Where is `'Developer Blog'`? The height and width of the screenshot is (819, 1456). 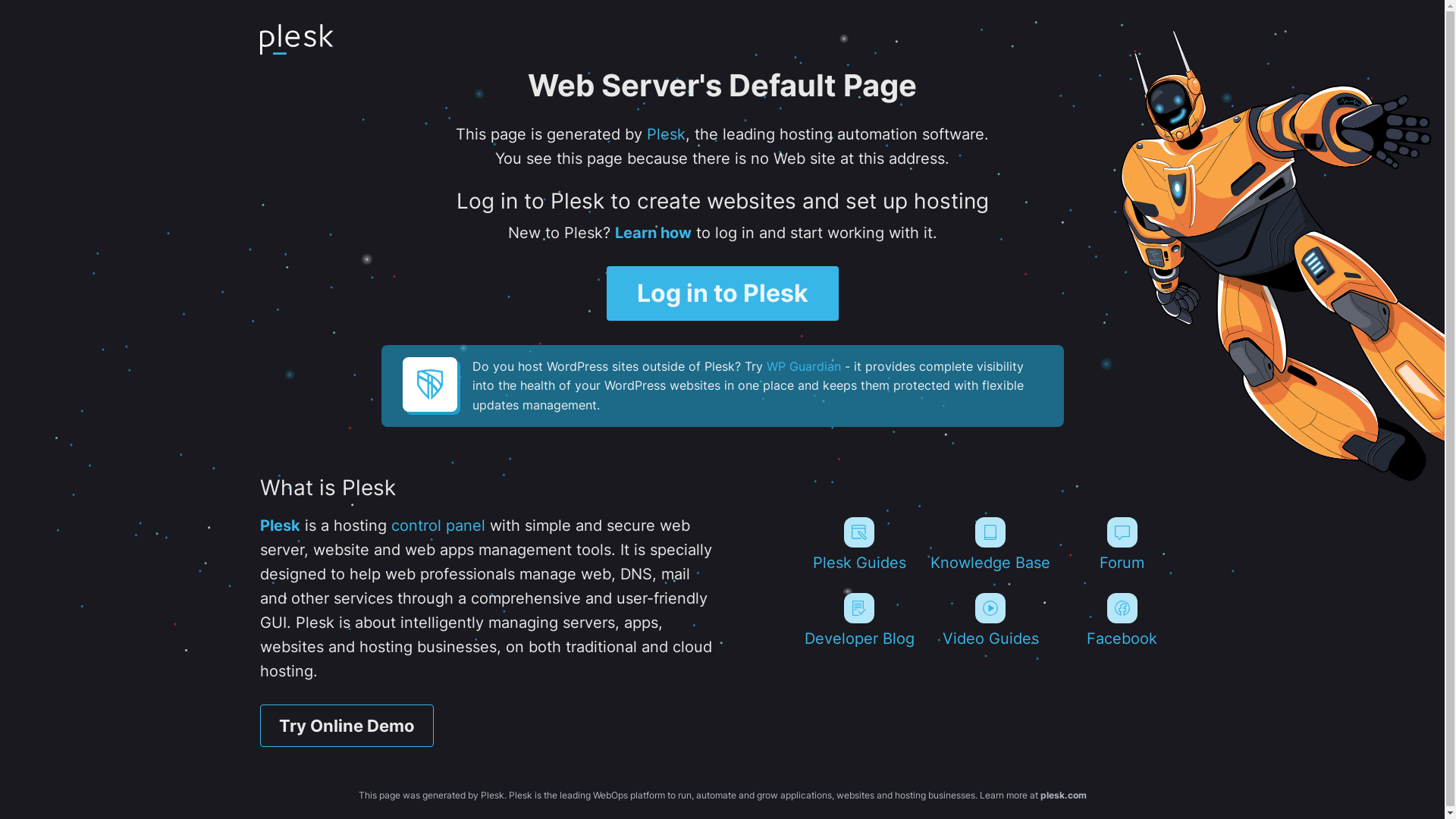 'Developer Blog' is located at coordinates (858, 620).